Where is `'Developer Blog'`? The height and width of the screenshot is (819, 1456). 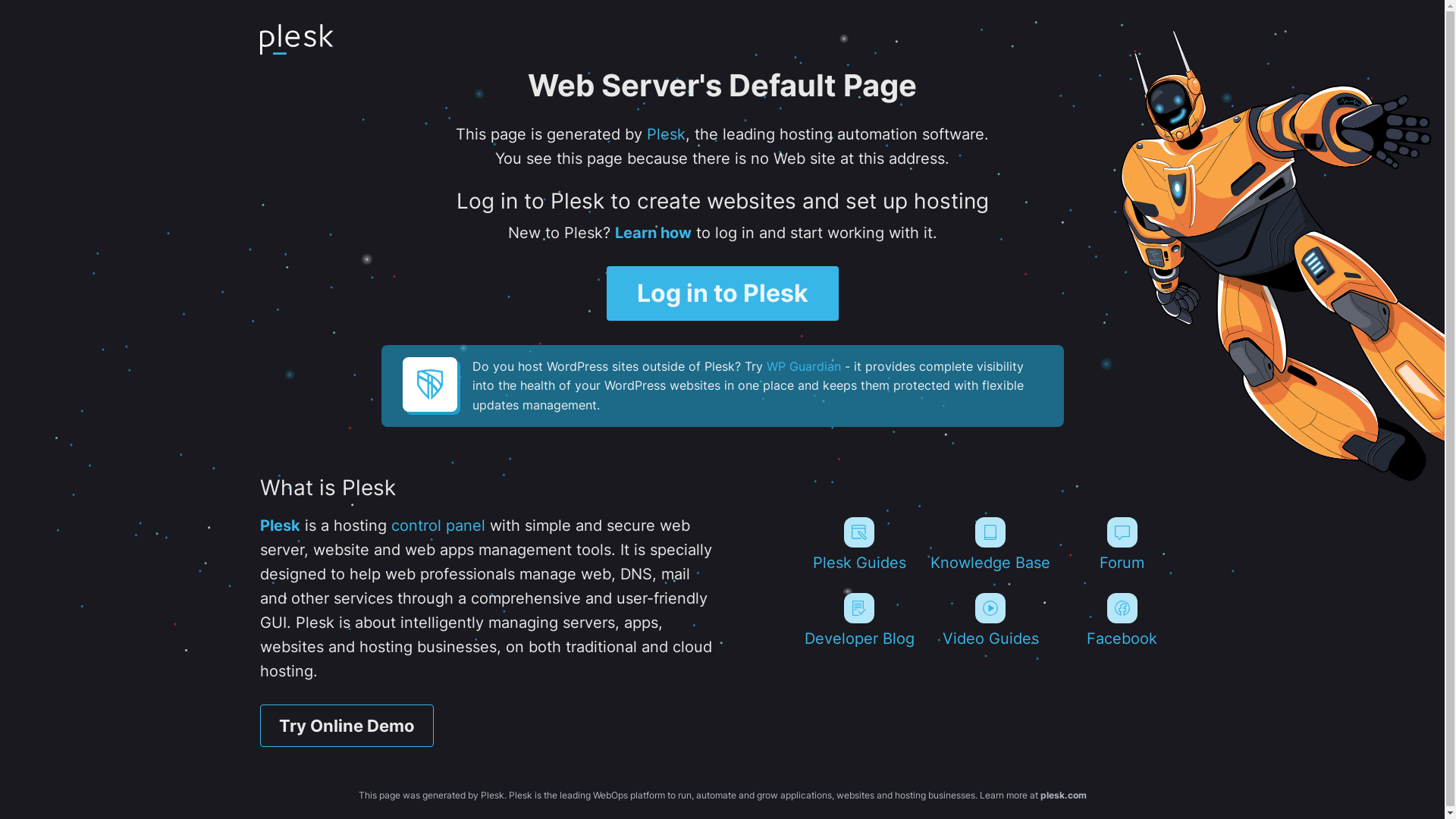 'Developer Blog' is located at coordinates (858, 620).